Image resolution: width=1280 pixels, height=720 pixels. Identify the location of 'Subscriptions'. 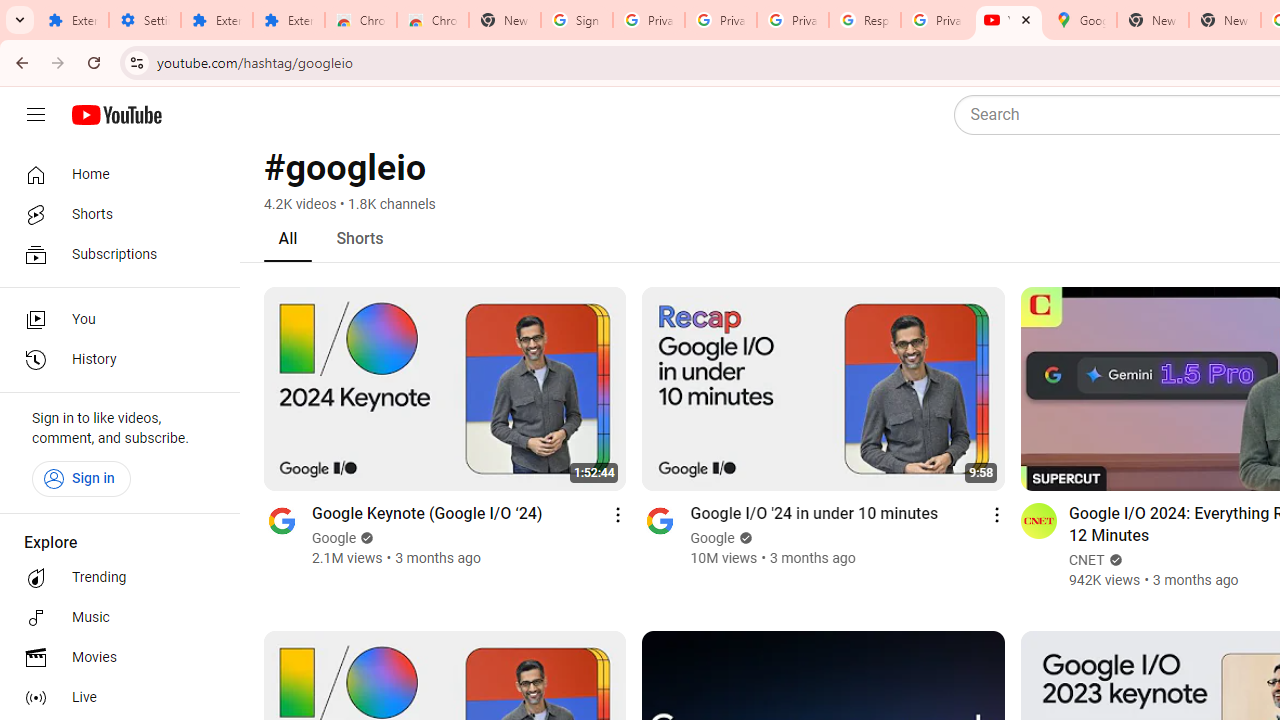
(112, 253).